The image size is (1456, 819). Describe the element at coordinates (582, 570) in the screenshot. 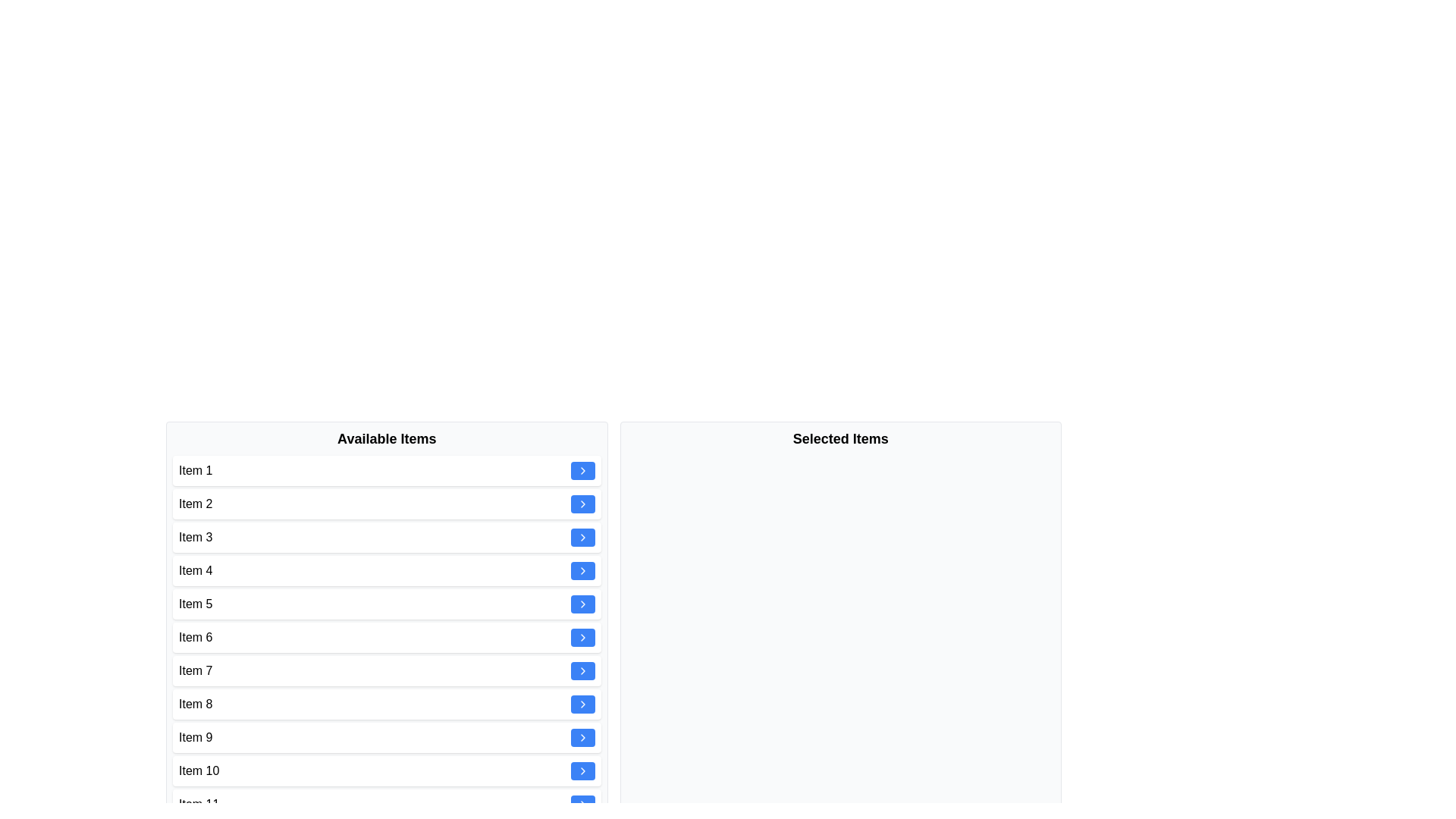

I see `the rounded blue button with a white chevron icon located in the middle right side of the 'Available Items' section, aligned with 'Item 4'` at that location.